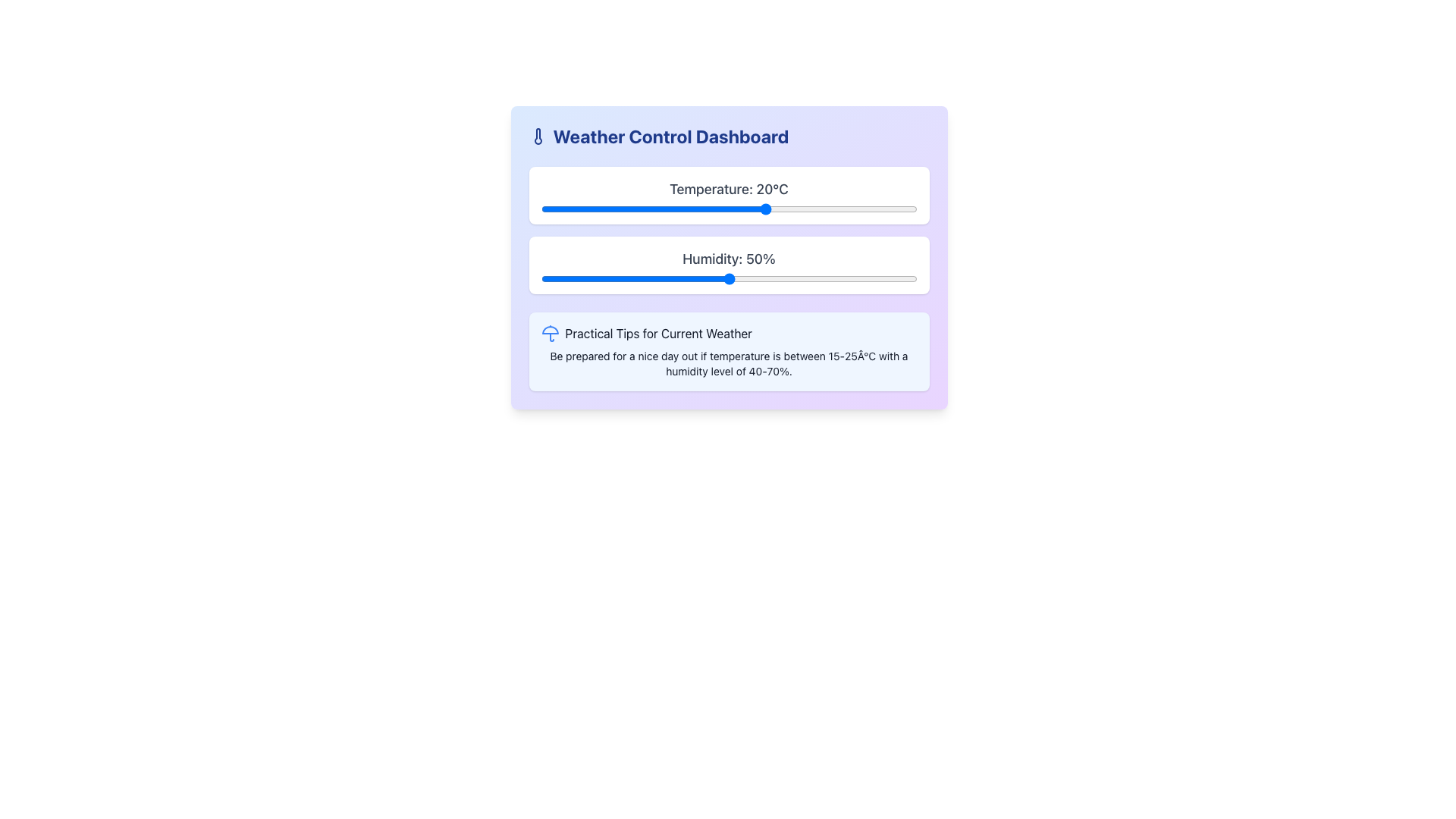 The width and height of the screenshot is (1456, 819). I want to click on the humidity, so click(883, 278).